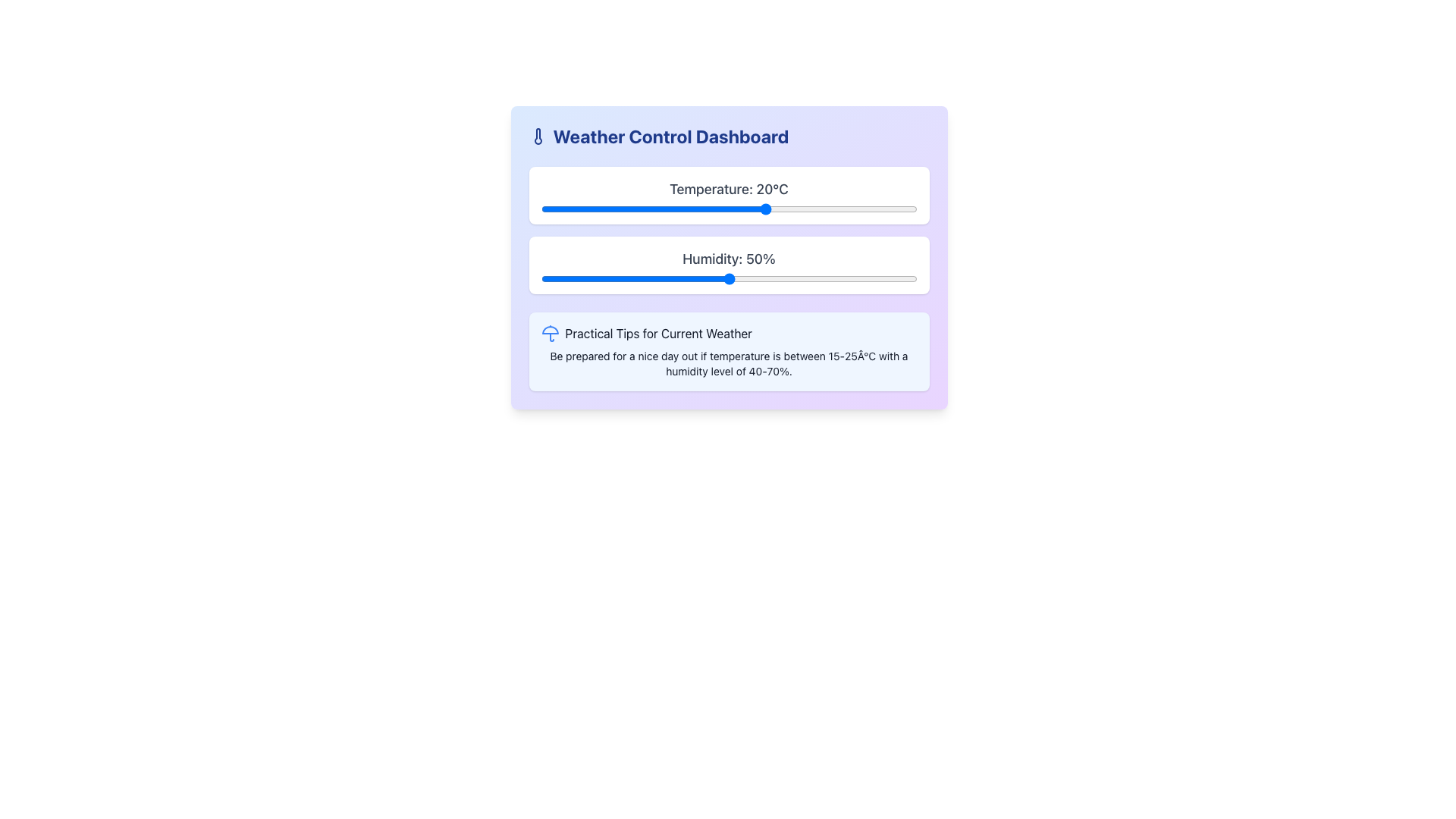 The width and height of the screenshot is (1456, 819). I want to click on the humidity, so click(883, 278).